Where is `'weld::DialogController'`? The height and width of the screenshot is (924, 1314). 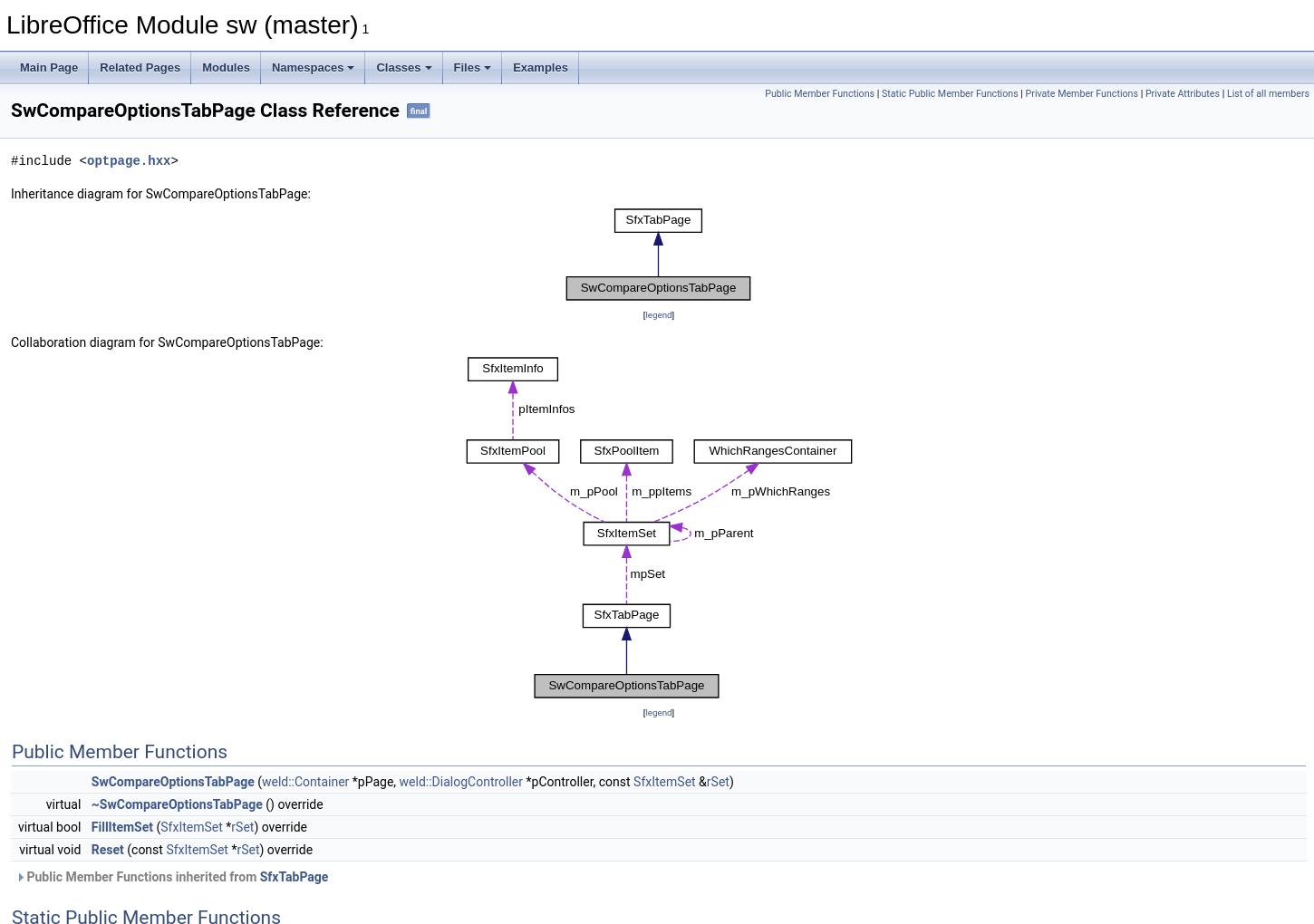 'weld::DialogController' is located at coordinates (460, 781).